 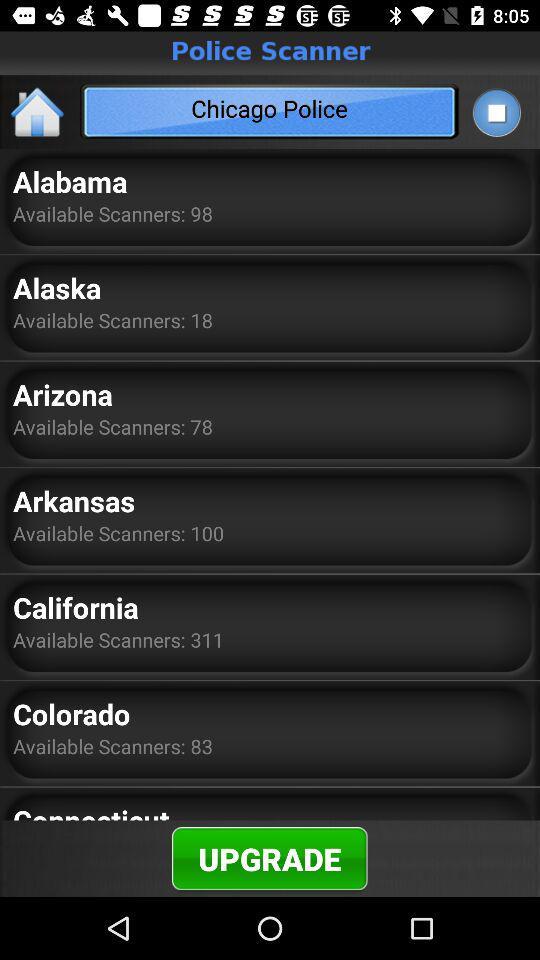 What do you see at coordinates (38, 111) in the screenshot?
I see `the home icon` at bounding box center [38, 111].